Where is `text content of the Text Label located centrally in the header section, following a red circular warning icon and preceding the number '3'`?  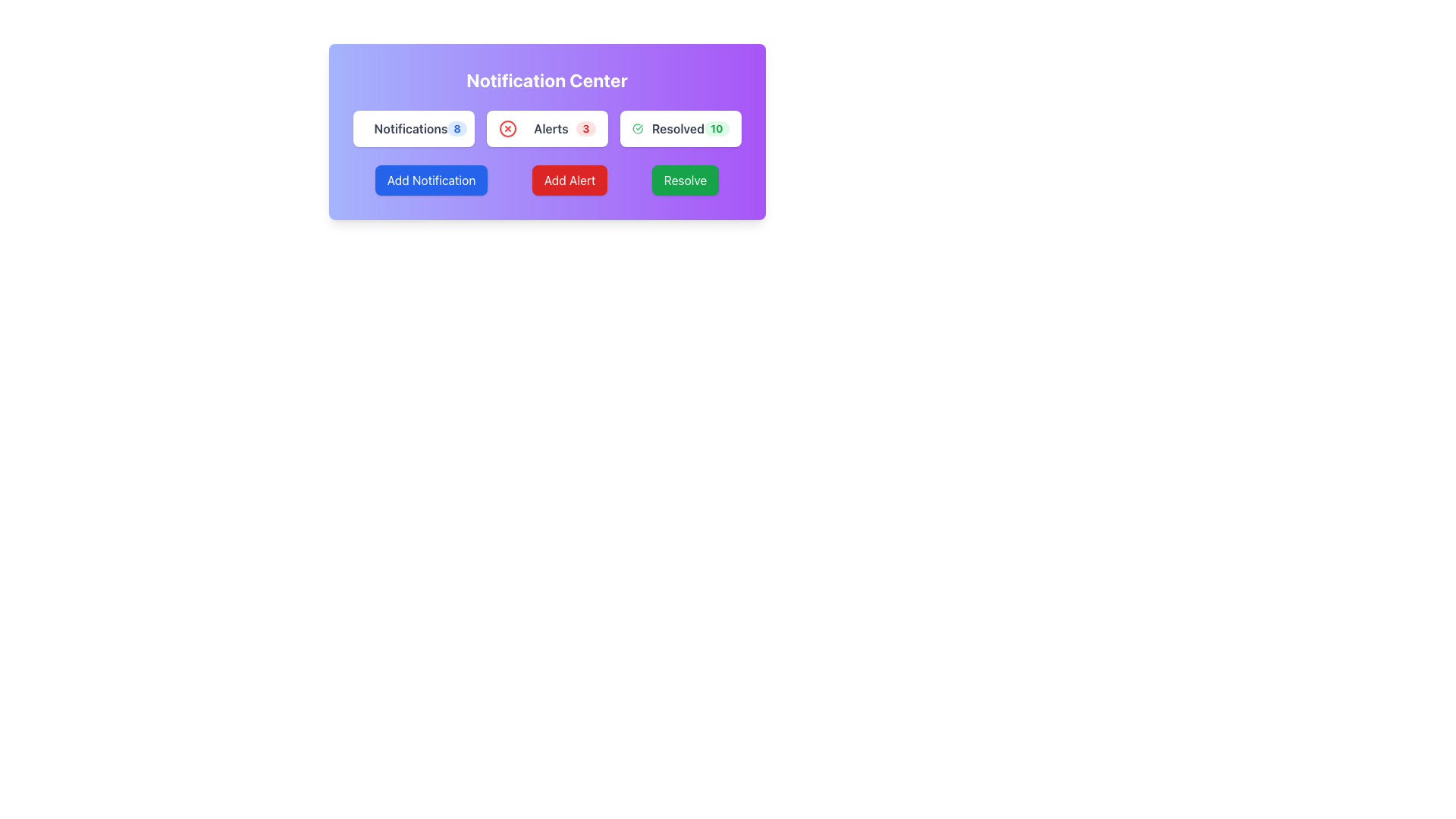 text content of the Text Label located centrally in the header section, following a red circular warning icon and preceding the number '3' is located at coordinates (550, 127).